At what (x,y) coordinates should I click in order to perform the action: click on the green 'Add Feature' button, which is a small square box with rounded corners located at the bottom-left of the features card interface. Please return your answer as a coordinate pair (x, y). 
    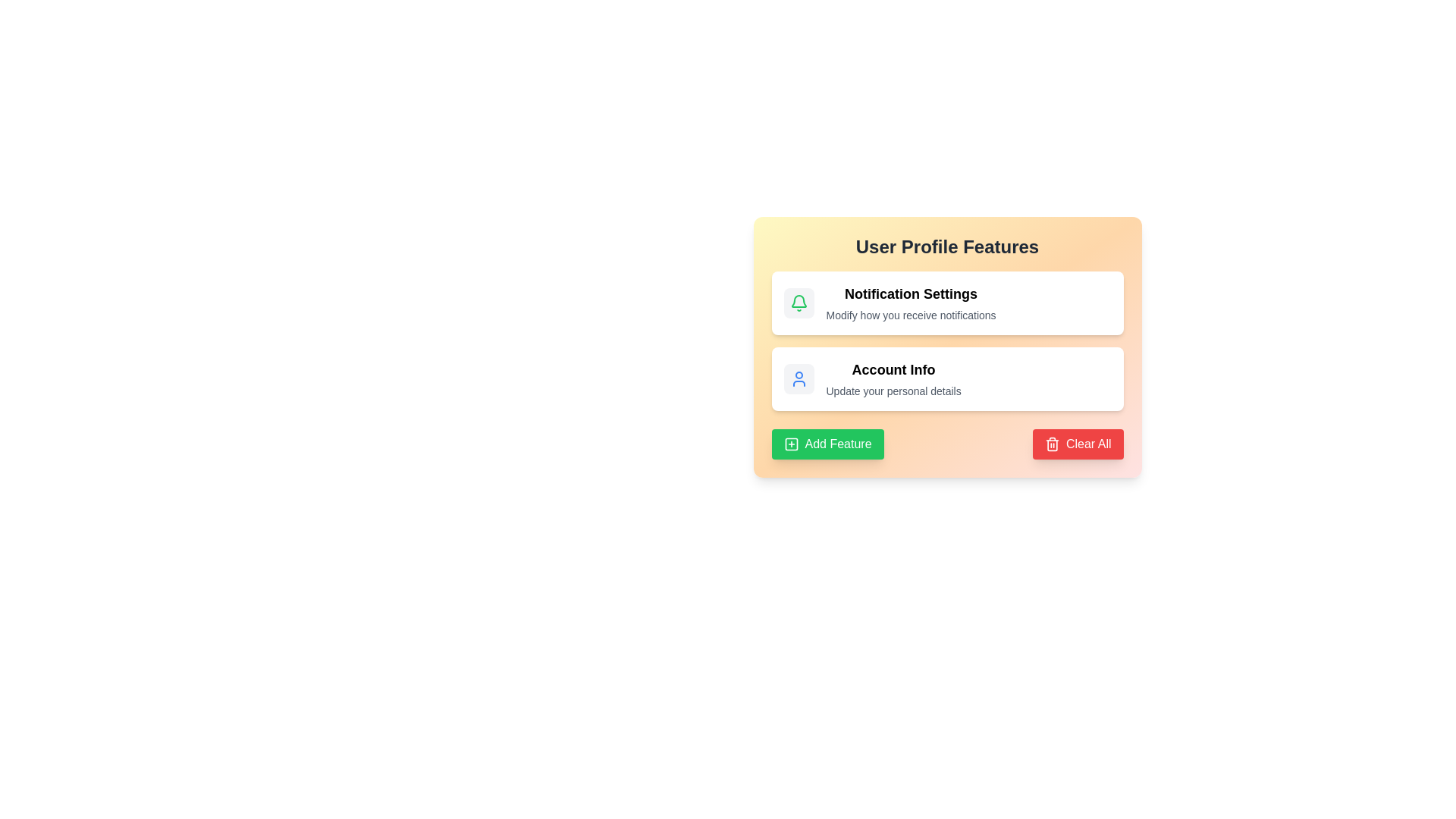
    Looking at the image, I should click on (790, 444).